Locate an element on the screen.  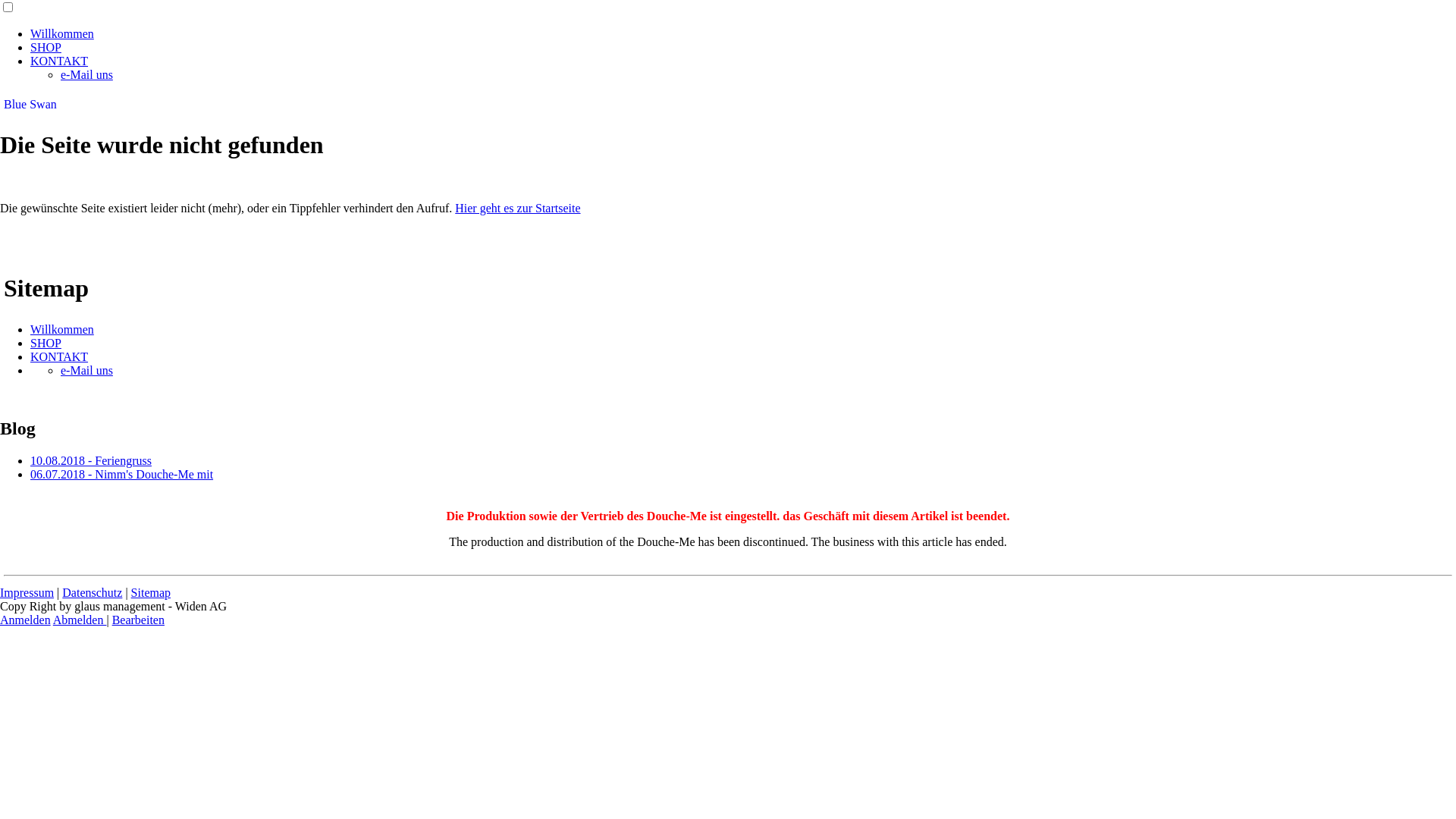
'Blue Swan' is located at coordinates (30, 103).